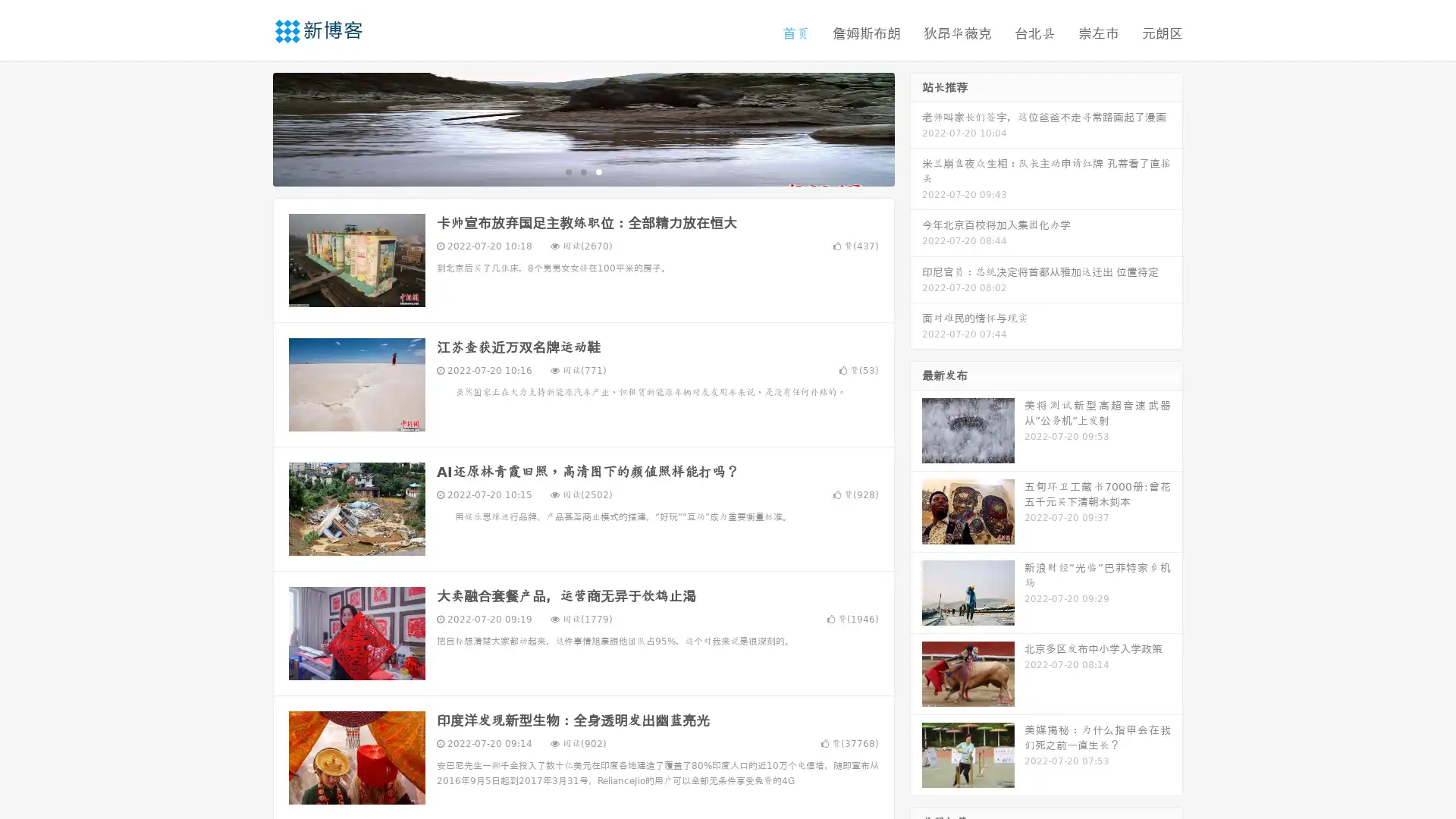 Image resolution: width=1456 pixels, height=819 pixels. I want to click on Next slide, so click(916, 127).